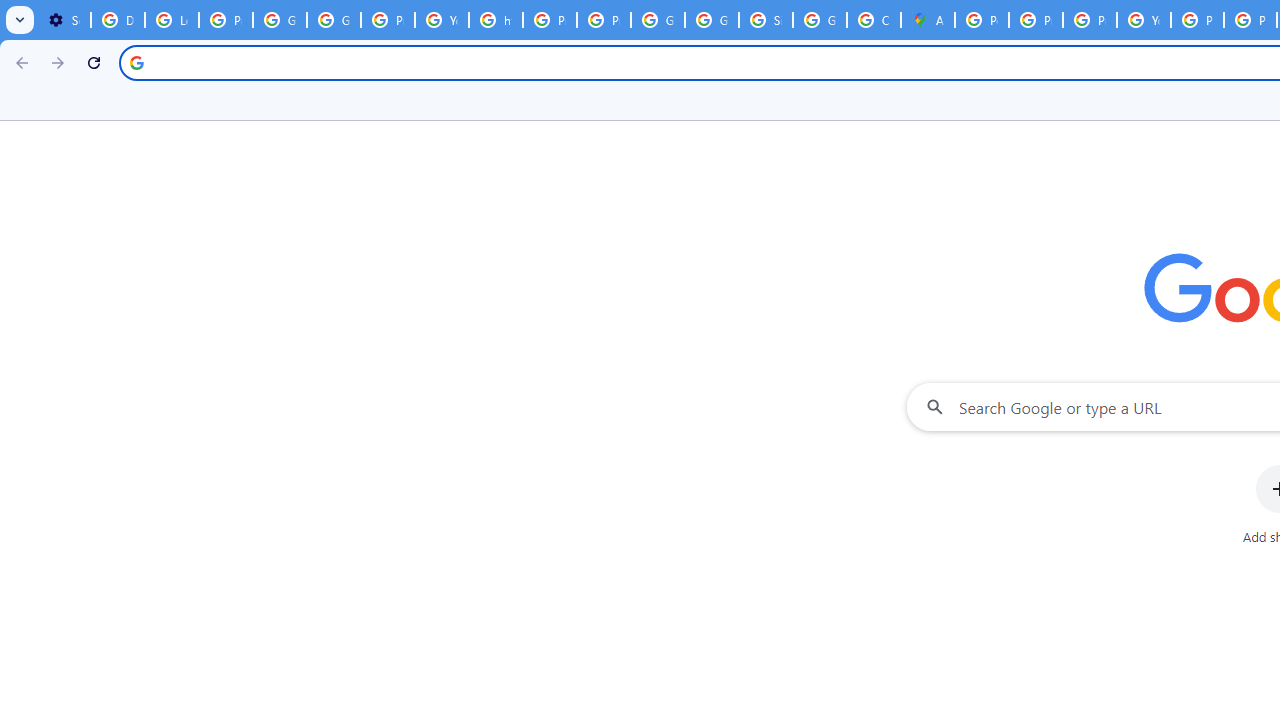  What do you see at coordinates (279, 20) in the screenshot?
I see `'Google Account Help'` at bounding box center [279, 20].